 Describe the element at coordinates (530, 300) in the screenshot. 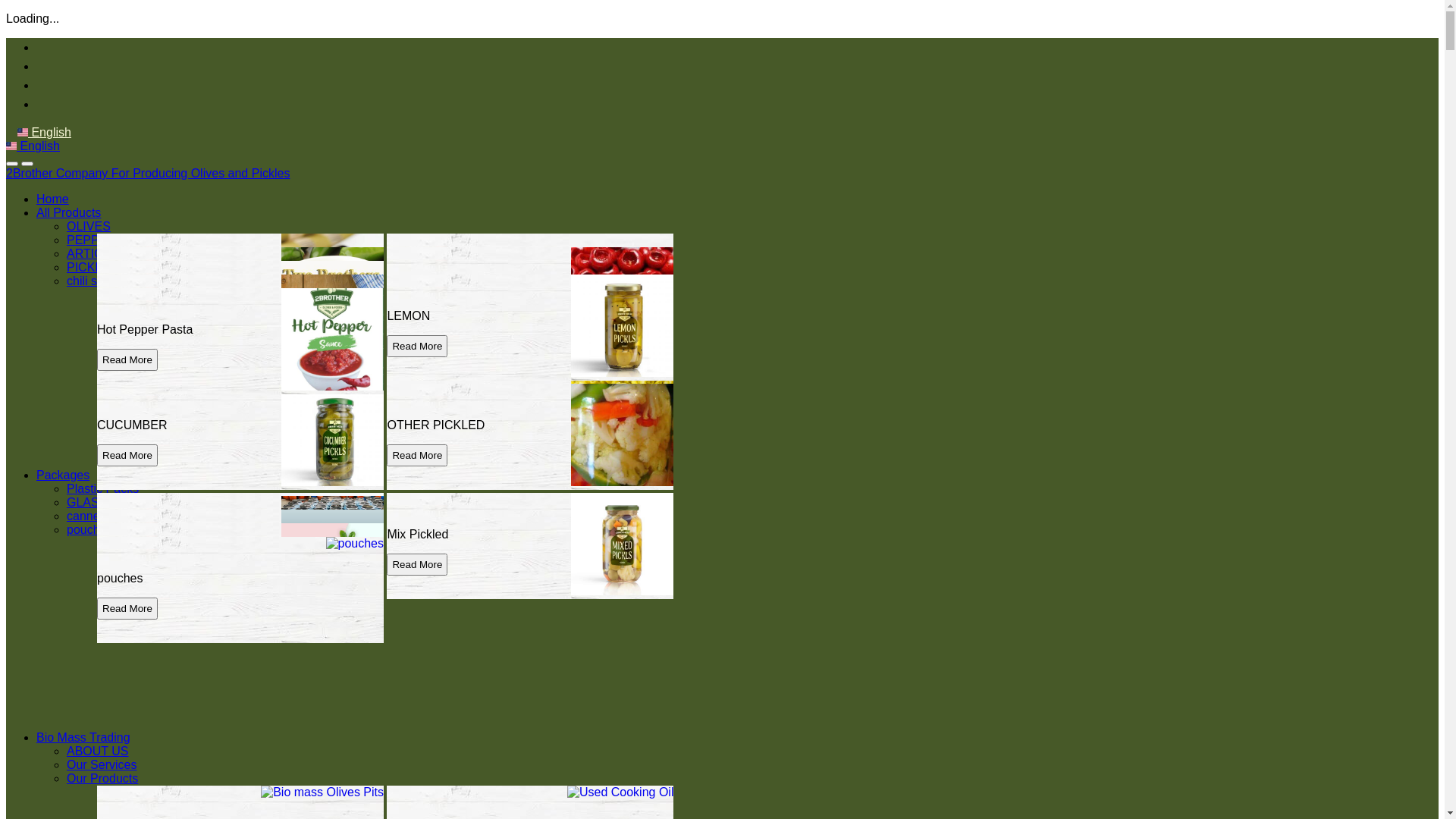

I see `'CHERRY PEPPER` at that location.